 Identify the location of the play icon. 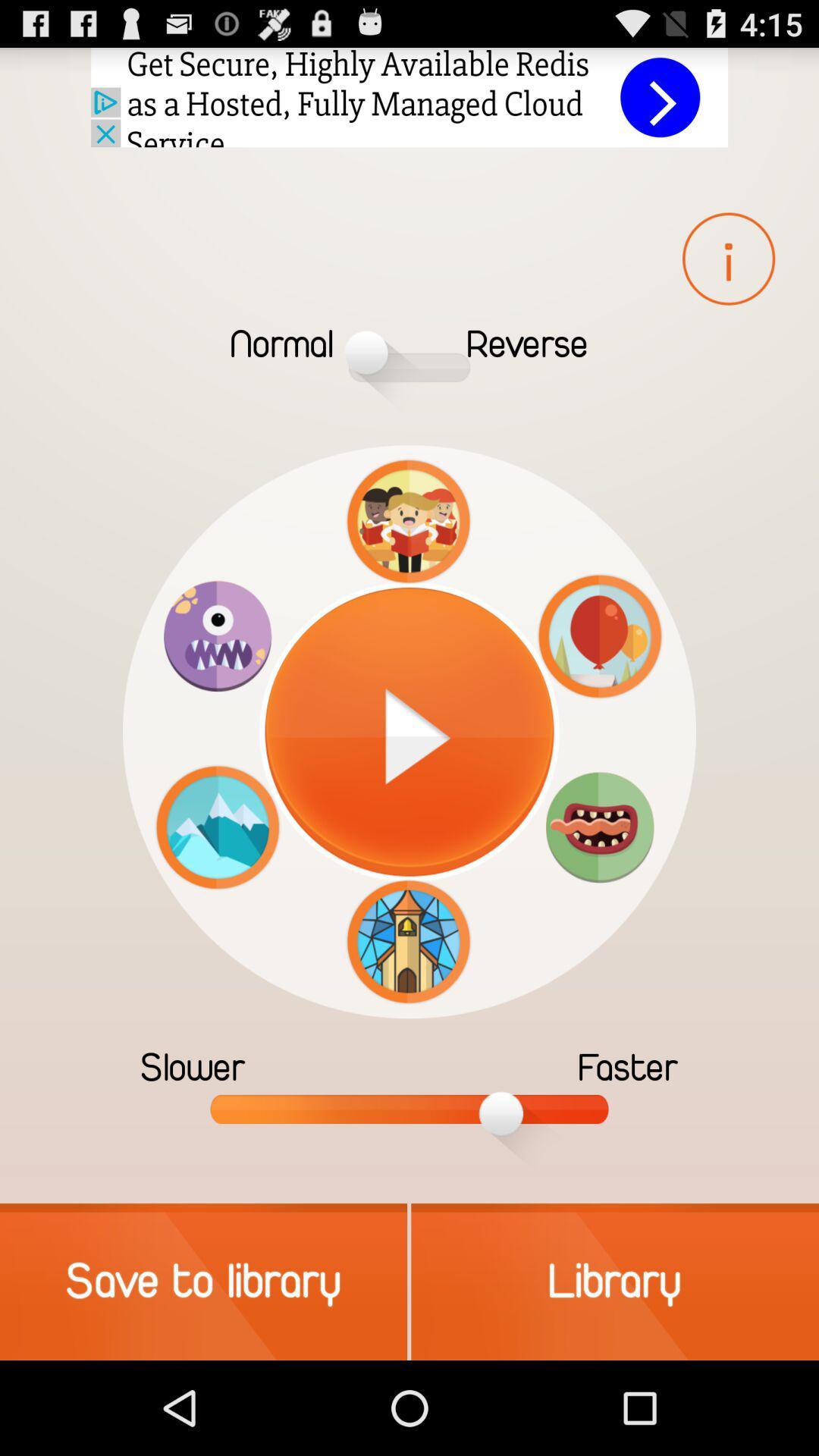
(409, 732).